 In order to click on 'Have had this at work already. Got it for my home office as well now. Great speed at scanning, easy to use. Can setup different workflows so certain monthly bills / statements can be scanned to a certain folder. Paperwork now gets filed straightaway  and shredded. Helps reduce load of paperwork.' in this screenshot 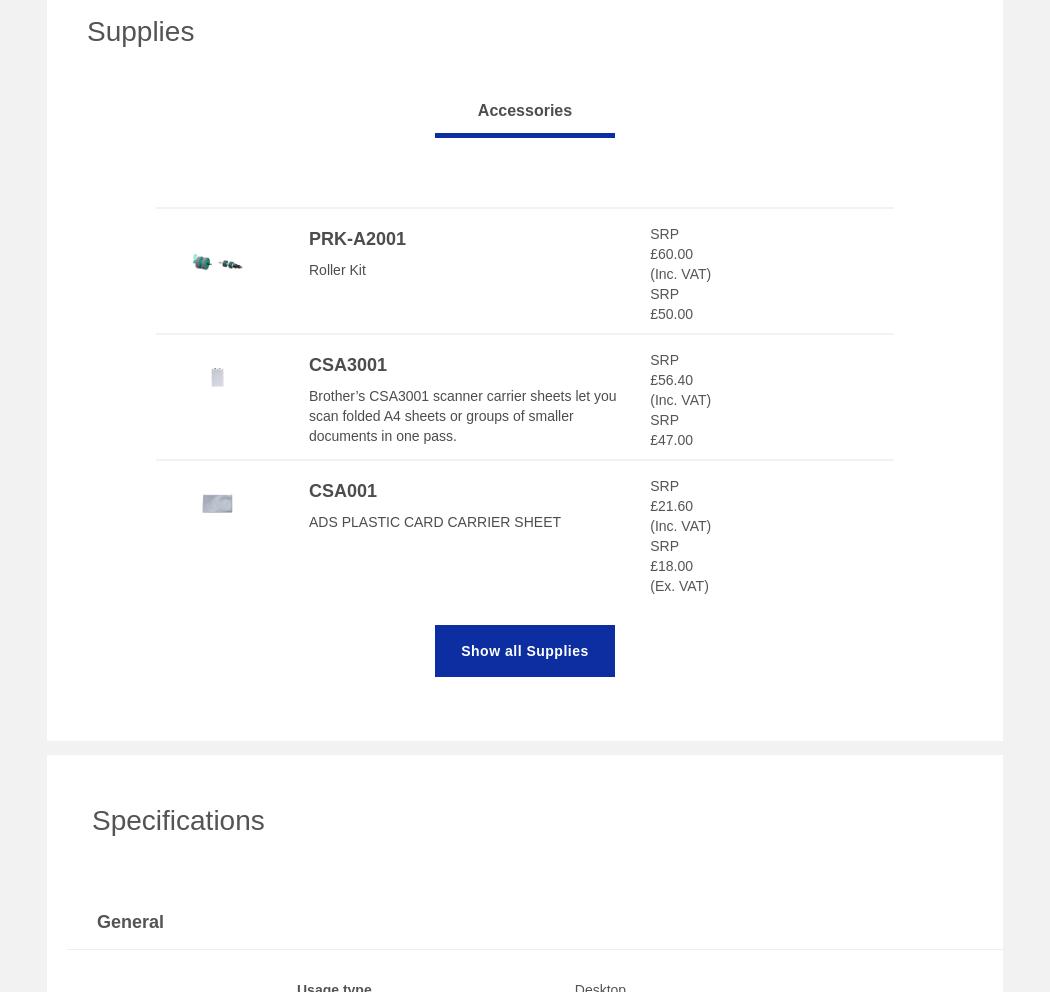, I will do `click(534, 259)`.